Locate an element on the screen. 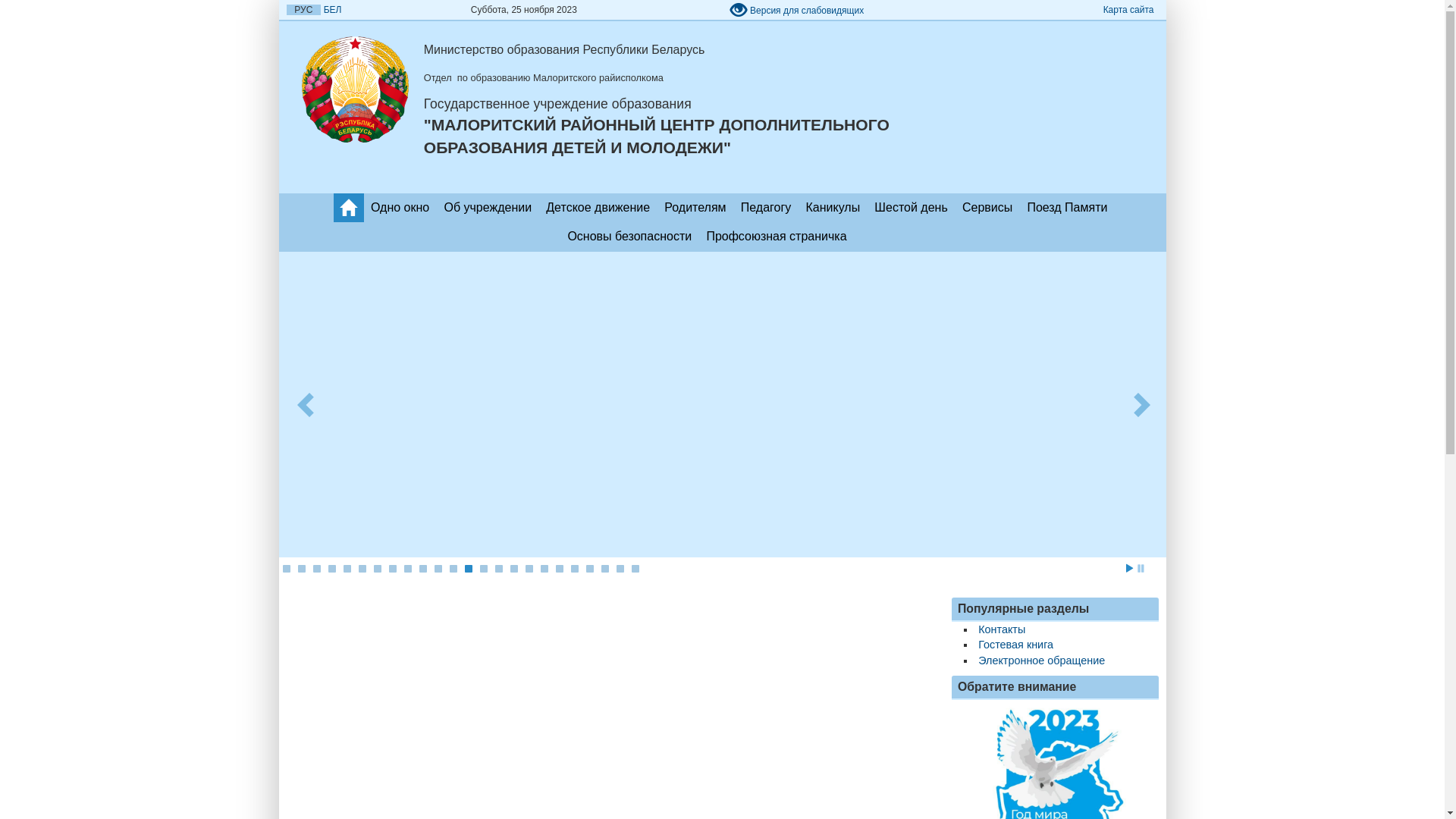 This screenshot has height=819, width=1456. '23' is located at coordinates (615, 568).